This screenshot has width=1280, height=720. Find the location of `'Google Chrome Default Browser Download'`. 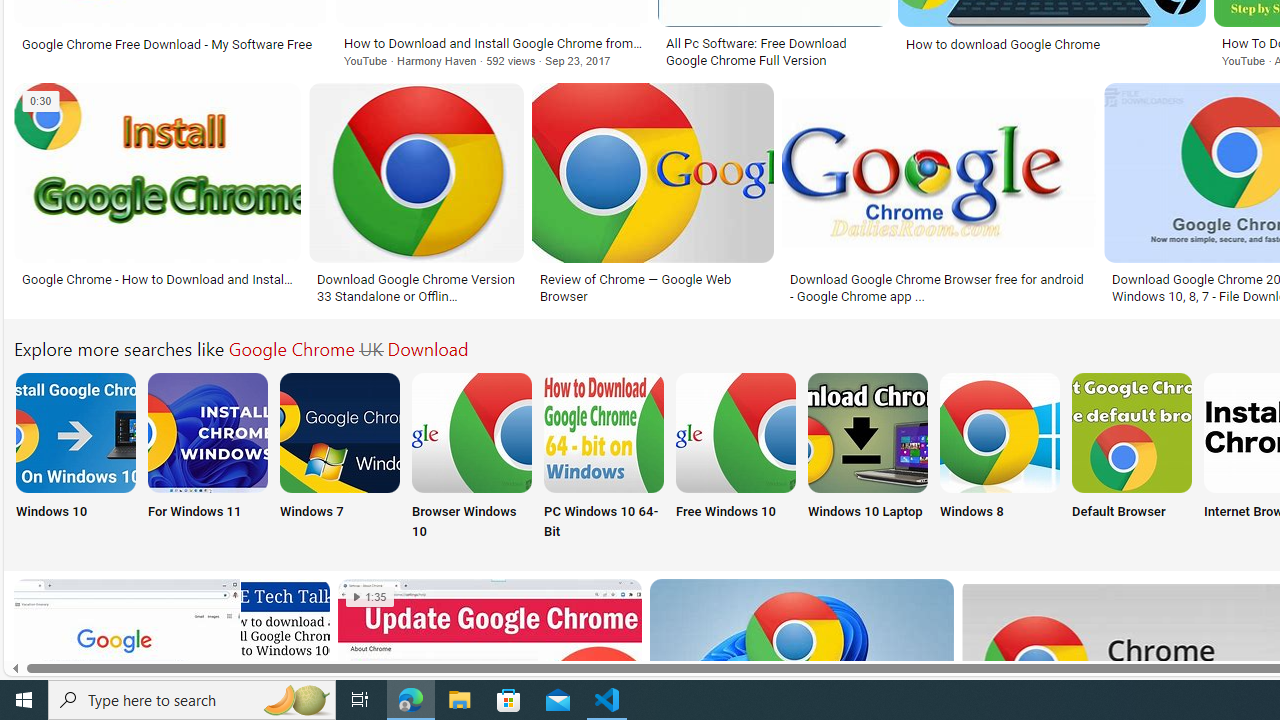

'Google Chrome Default Browser Download' is located at coordinates (1132, 431).